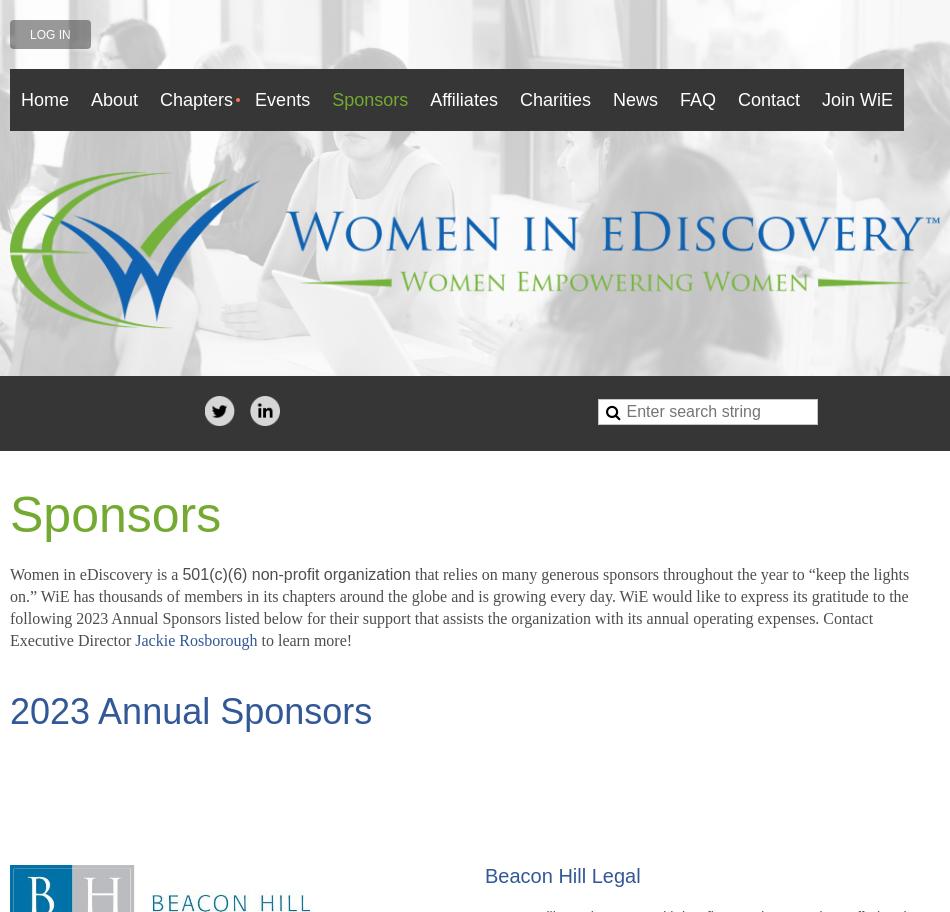 The width and height of the screenshot is (950, 912). I want to click on 'Contact', so click(767, 99).